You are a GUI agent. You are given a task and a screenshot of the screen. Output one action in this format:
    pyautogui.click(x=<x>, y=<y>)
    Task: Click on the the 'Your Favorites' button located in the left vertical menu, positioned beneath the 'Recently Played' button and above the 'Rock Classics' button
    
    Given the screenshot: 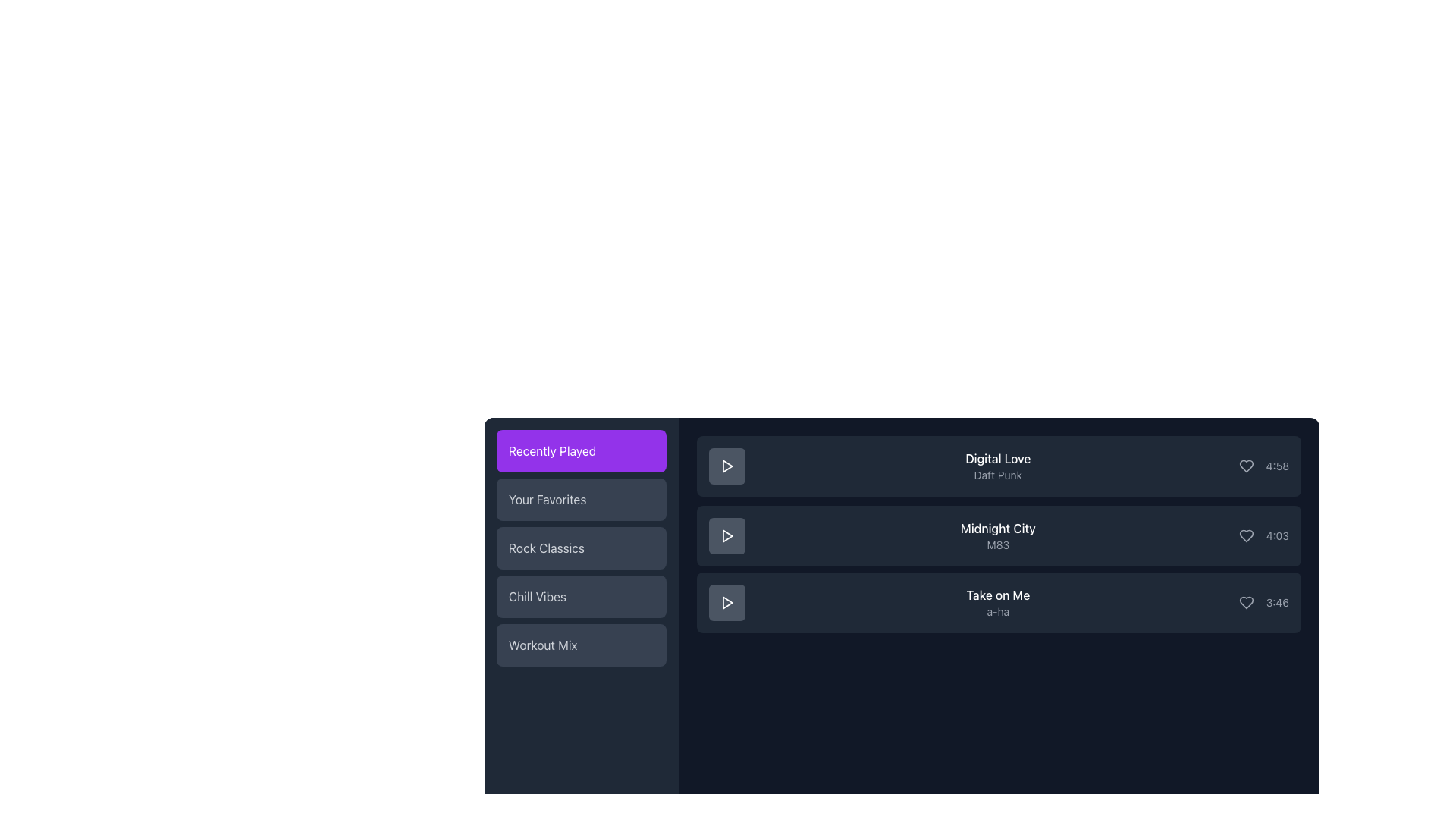 What is the action you would take?
    pyautogui.click(x=581, y=500)
    